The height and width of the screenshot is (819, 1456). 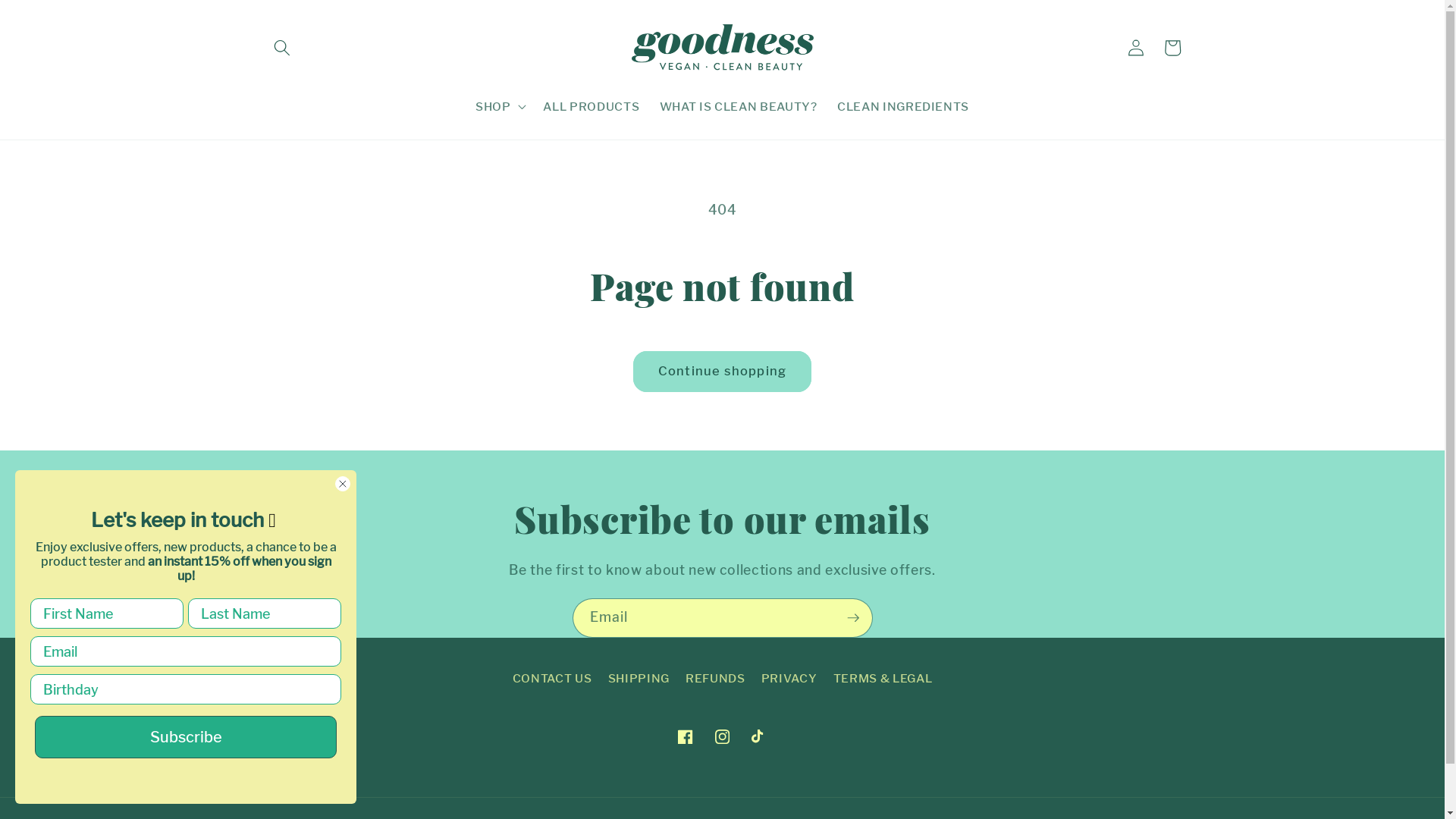 I want to click on 'Instagram', so click(x=720, y=736).